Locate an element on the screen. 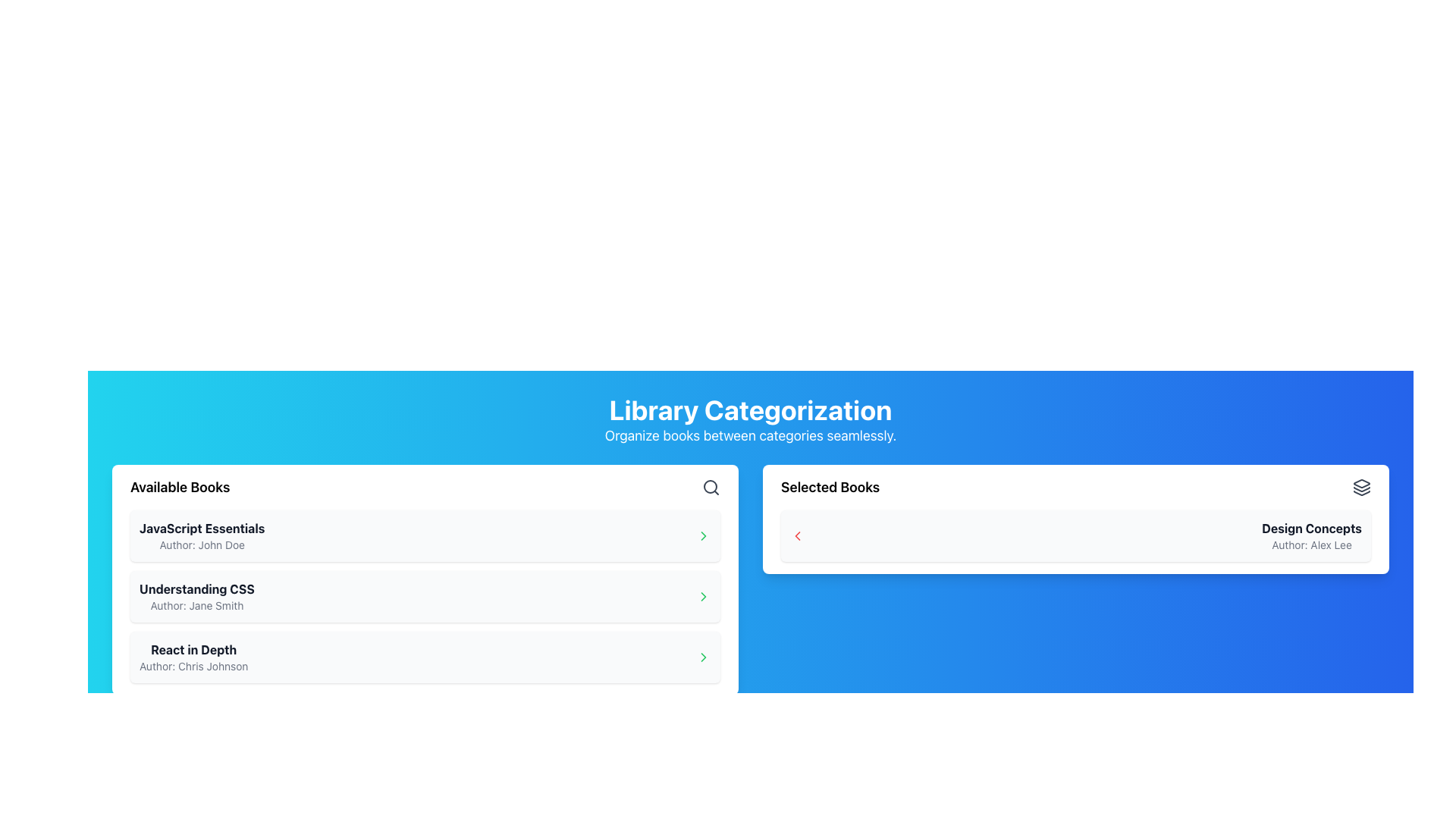 This screenshot has width=1456, height=819. the search icon located is located at coordinates (710, 488).